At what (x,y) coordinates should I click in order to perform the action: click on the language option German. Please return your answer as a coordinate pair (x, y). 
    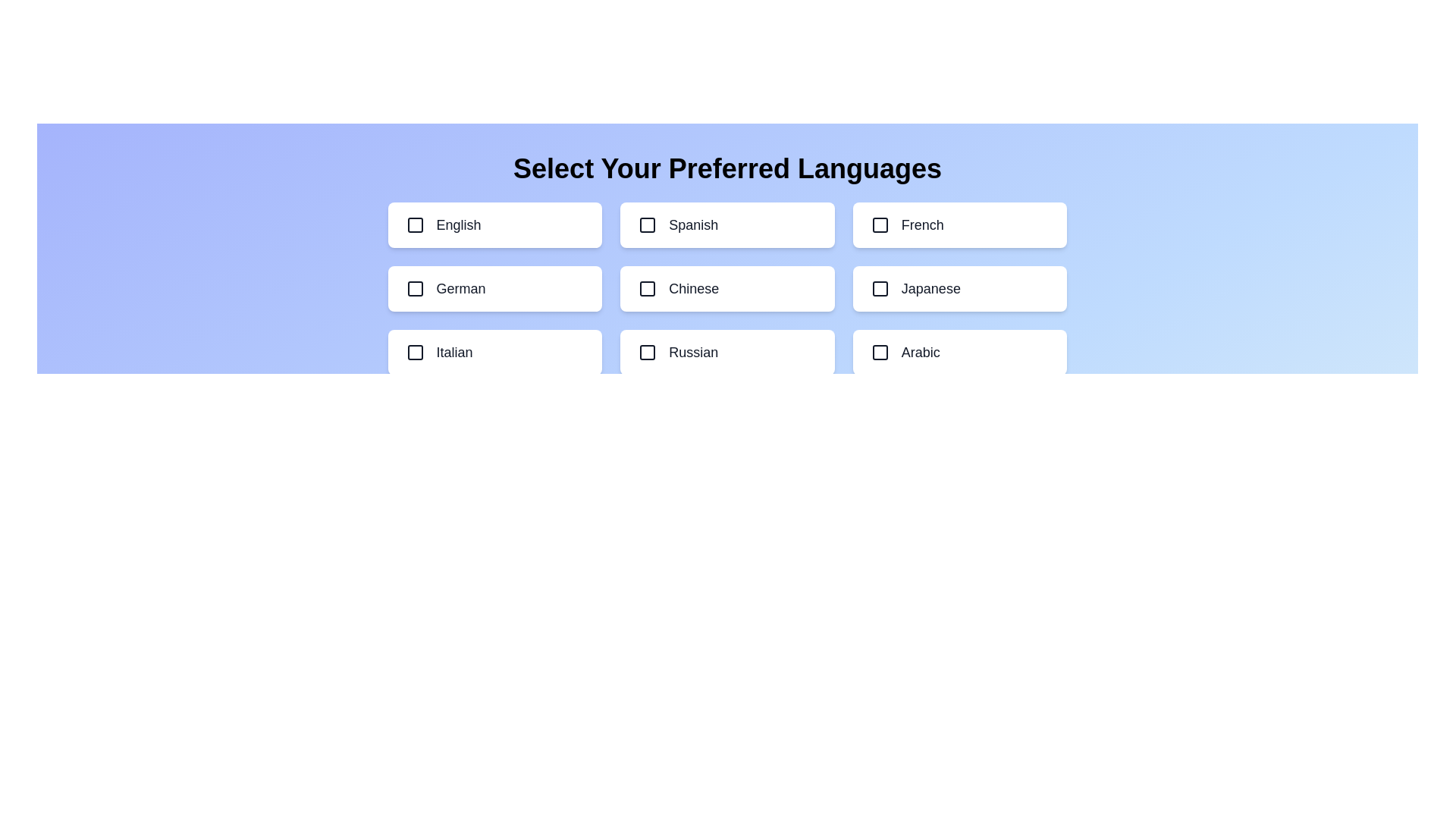
    Looking at the image, I should click on (494, 289).